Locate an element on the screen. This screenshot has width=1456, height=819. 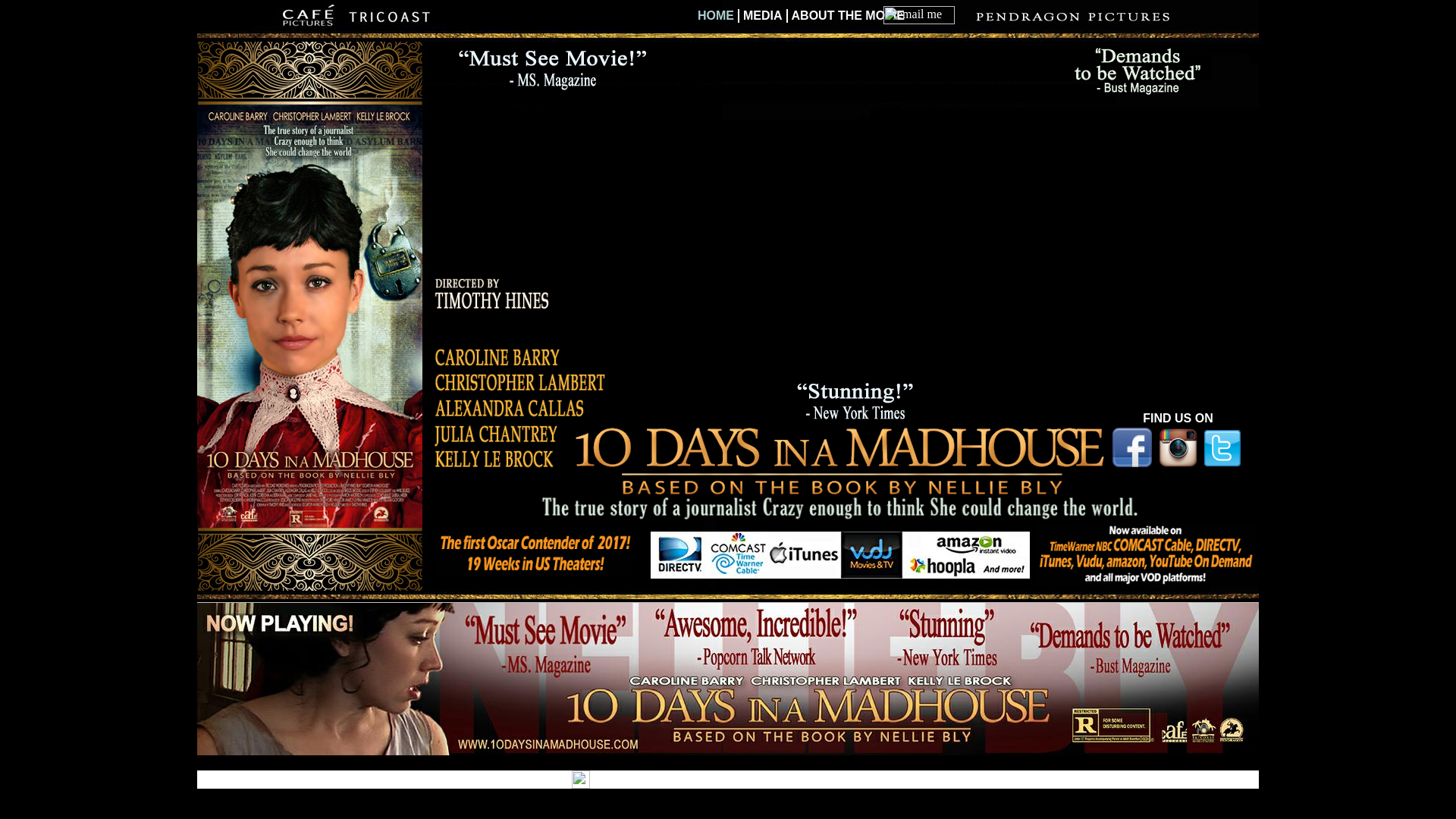
'MEDIA' is located at coordinates (763, 15).